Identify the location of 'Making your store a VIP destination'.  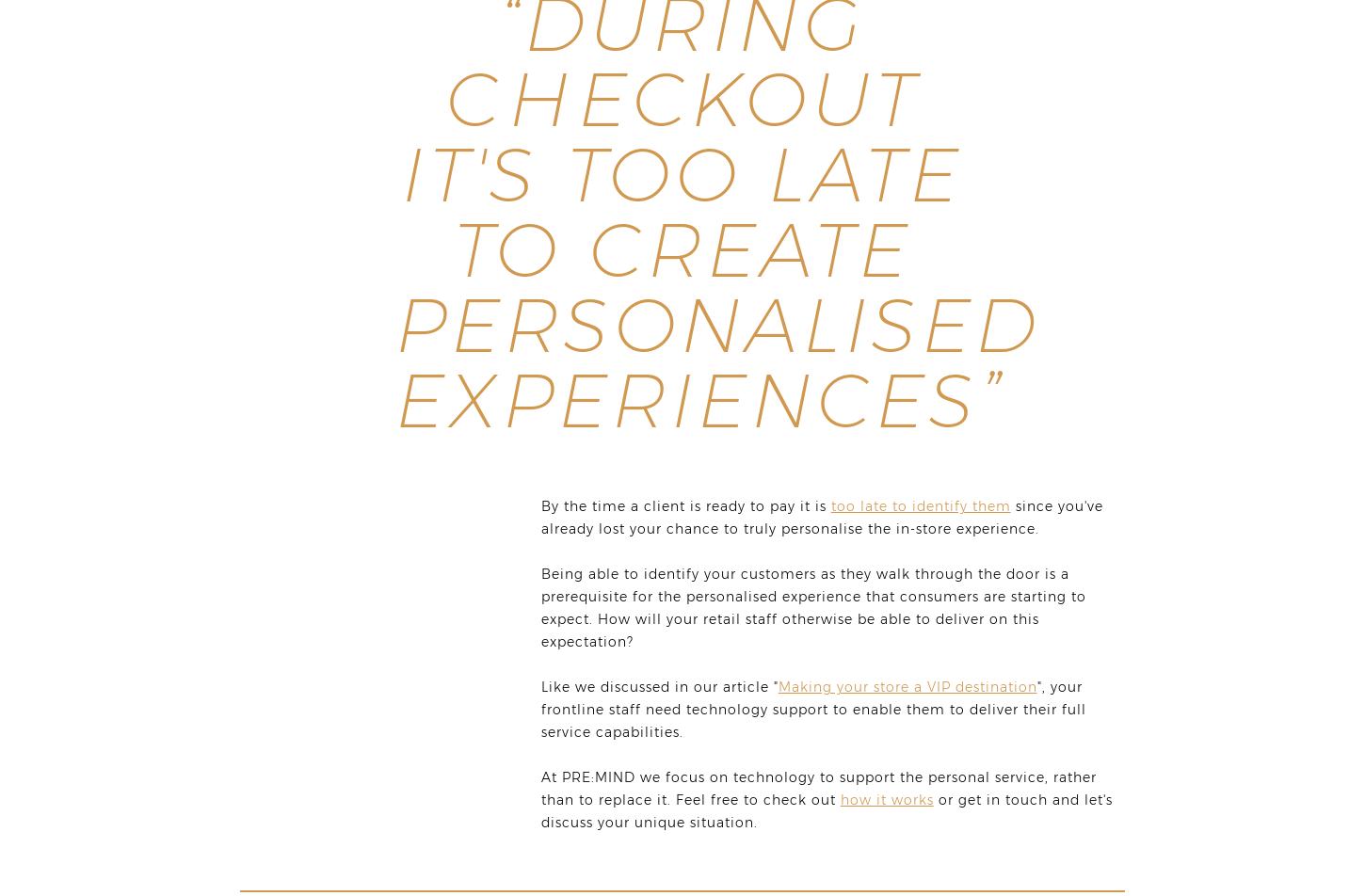
(906, 686).